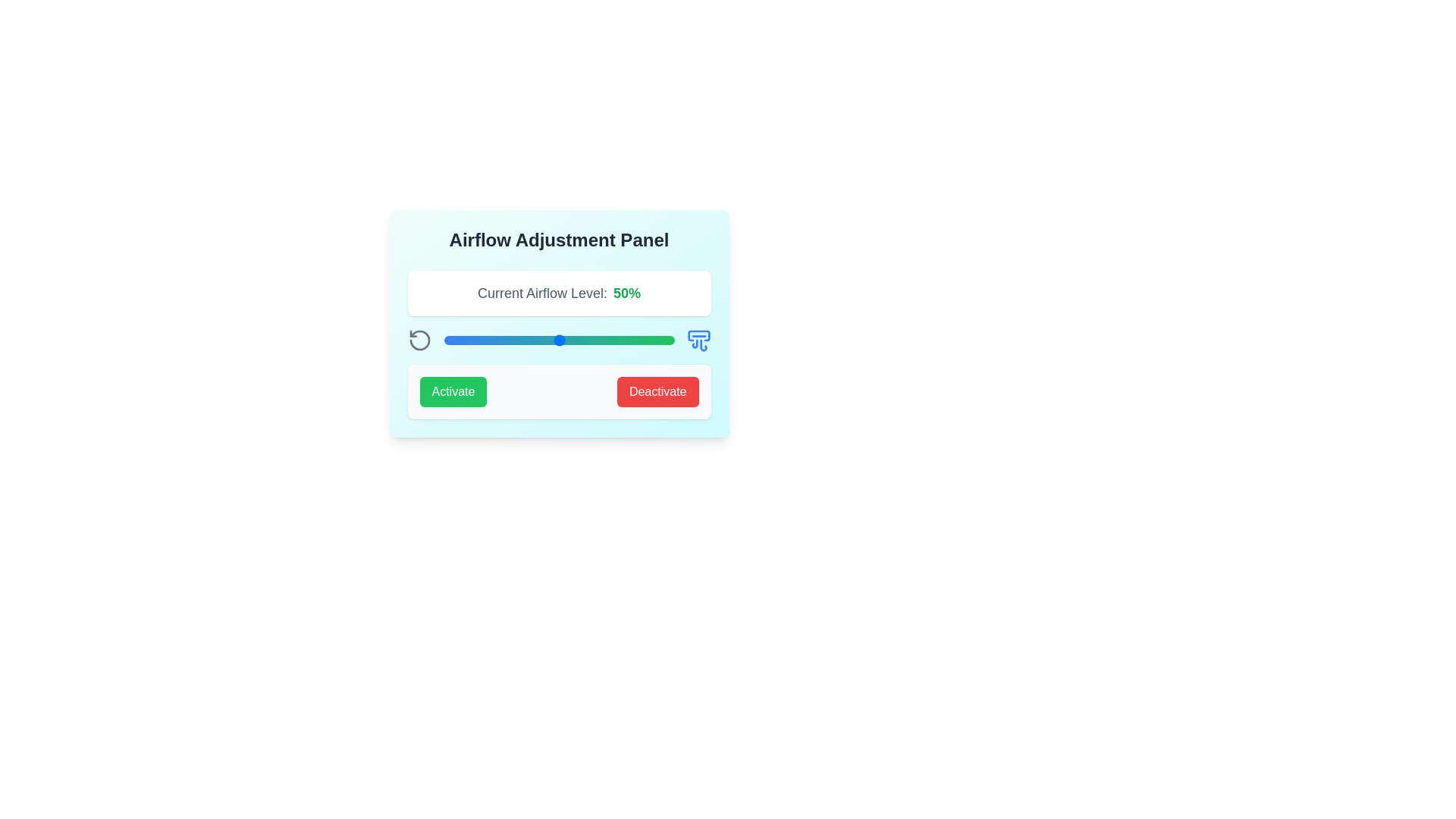  I want to click on the airflow level to 92% by moving the slider, so click(656, 339).